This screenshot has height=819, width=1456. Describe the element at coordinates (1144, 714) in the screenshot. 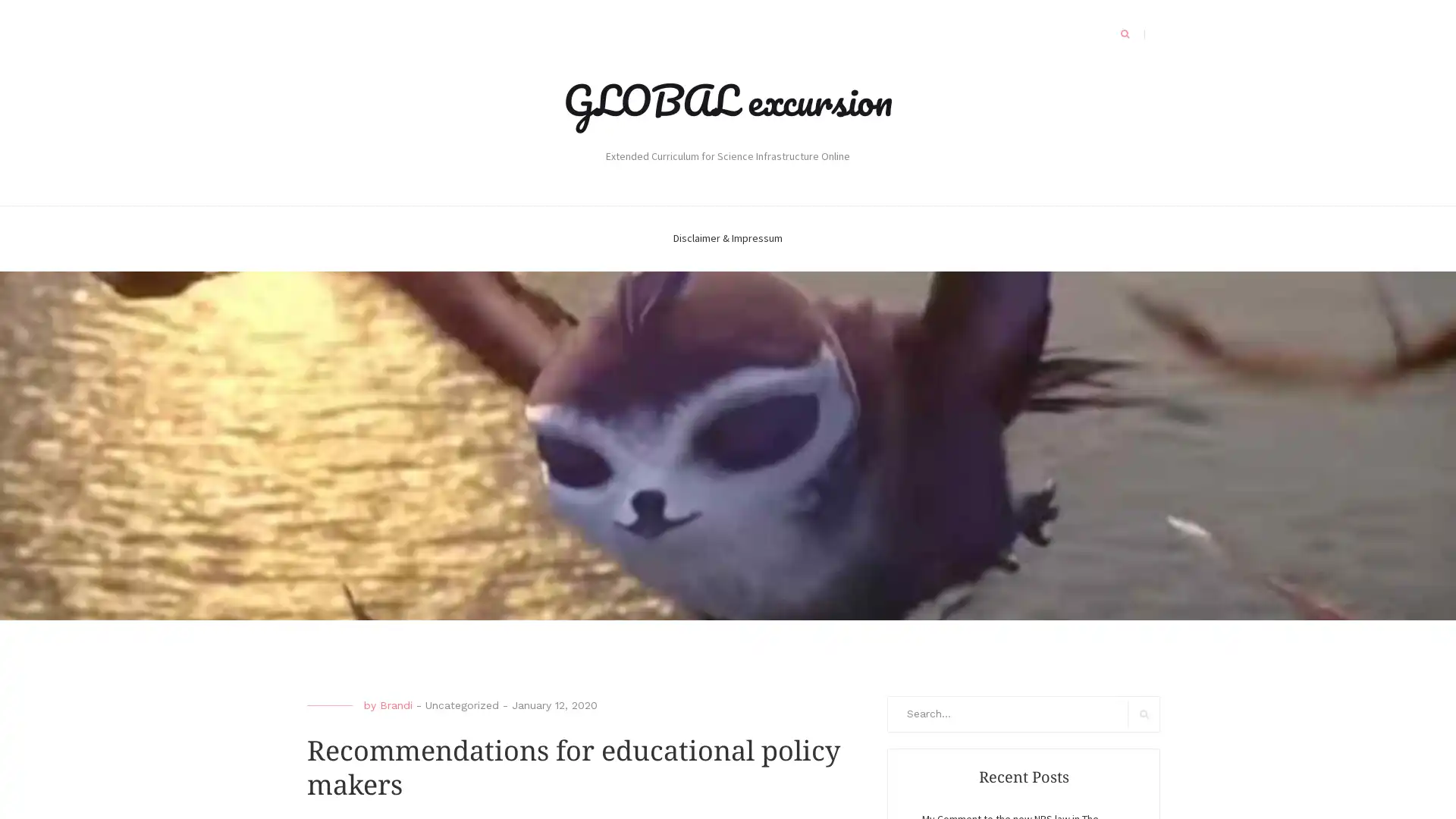

I see `Search` at that location.